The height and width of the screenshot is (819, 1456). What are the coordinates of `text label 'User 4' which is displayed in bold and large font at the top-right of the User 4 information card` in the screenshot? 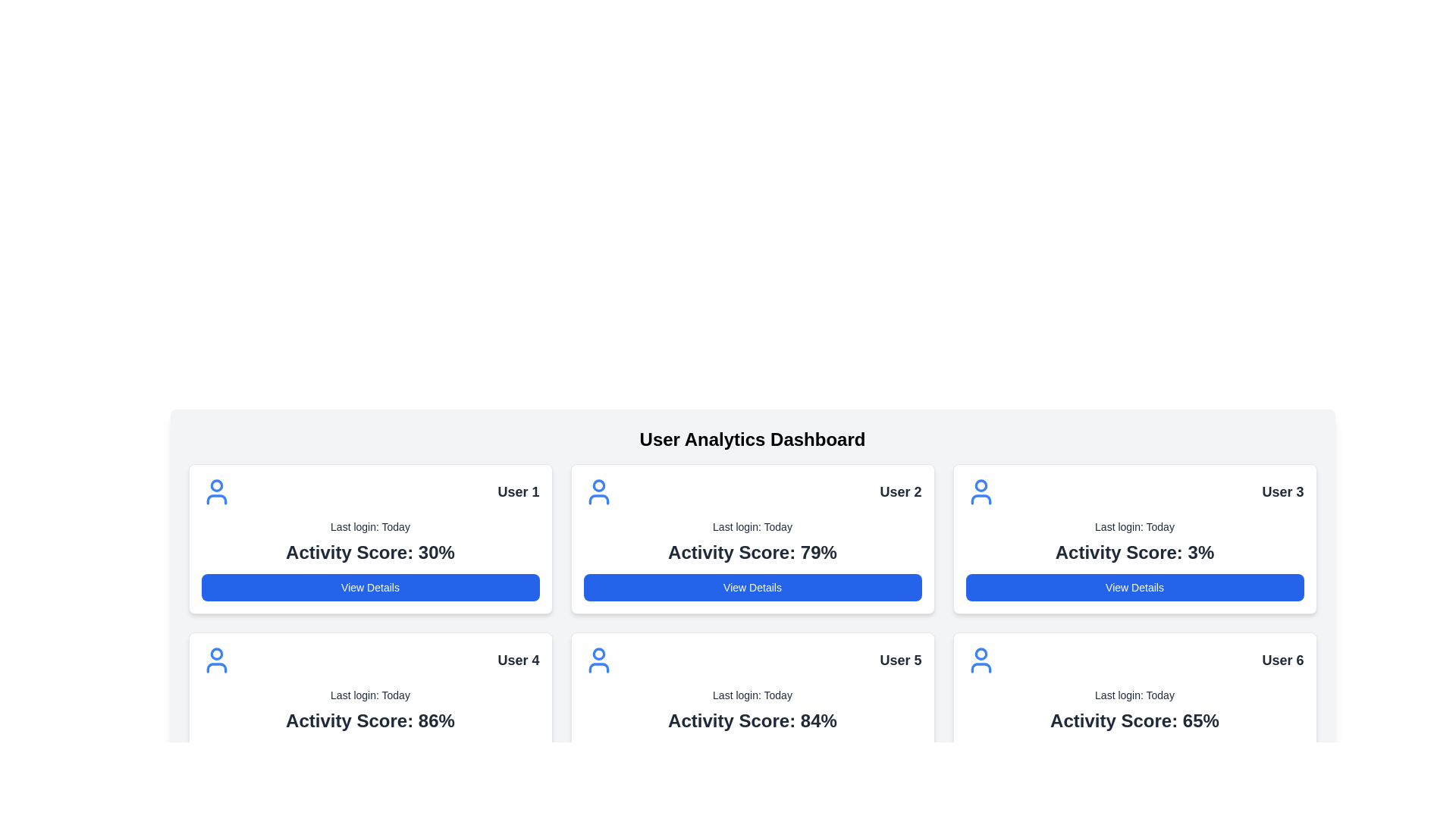 It's located at (518, 660).